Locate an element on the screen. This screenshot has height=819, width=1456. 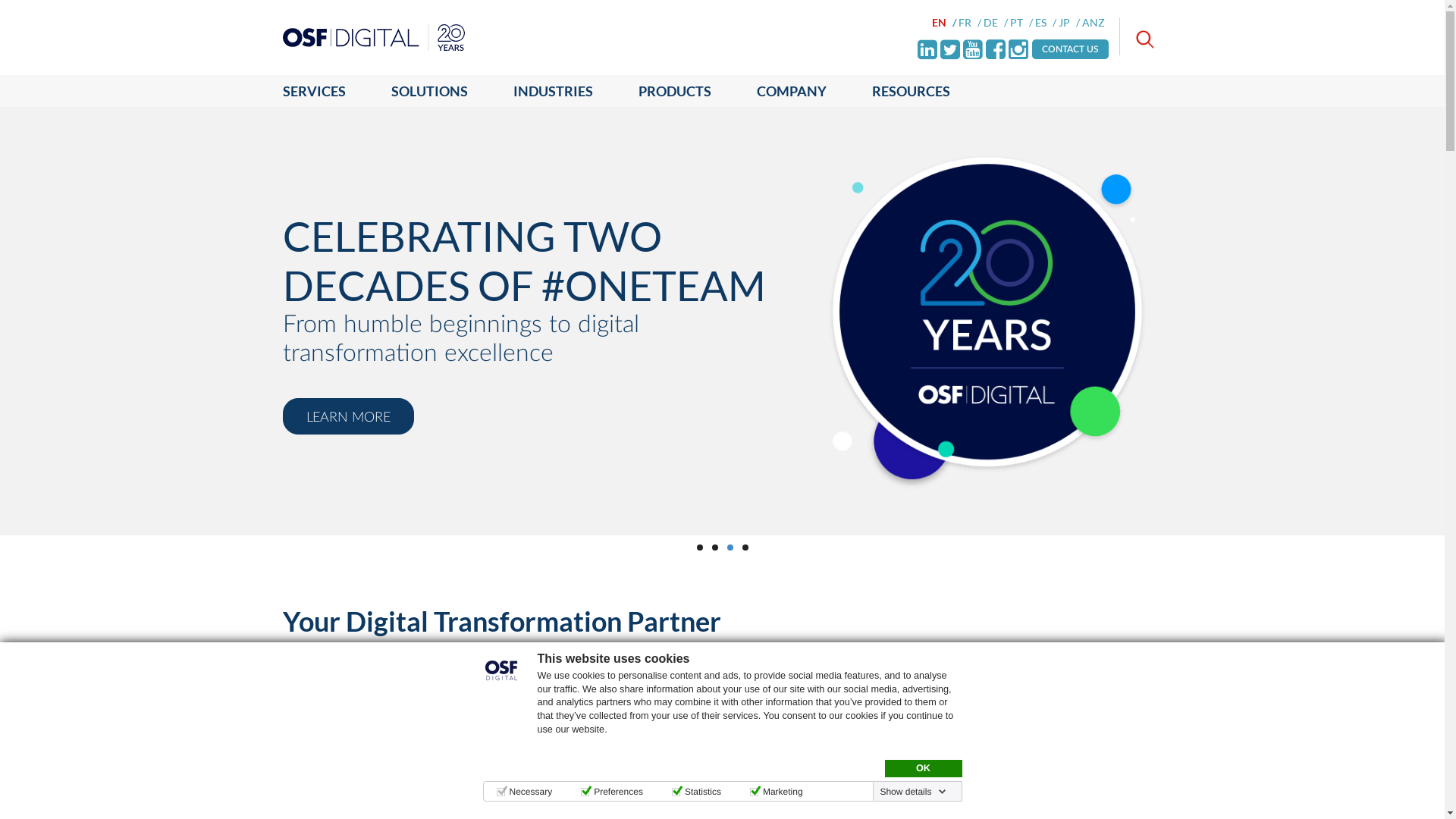
'SERVICES' is located at coordinates (324, 90).